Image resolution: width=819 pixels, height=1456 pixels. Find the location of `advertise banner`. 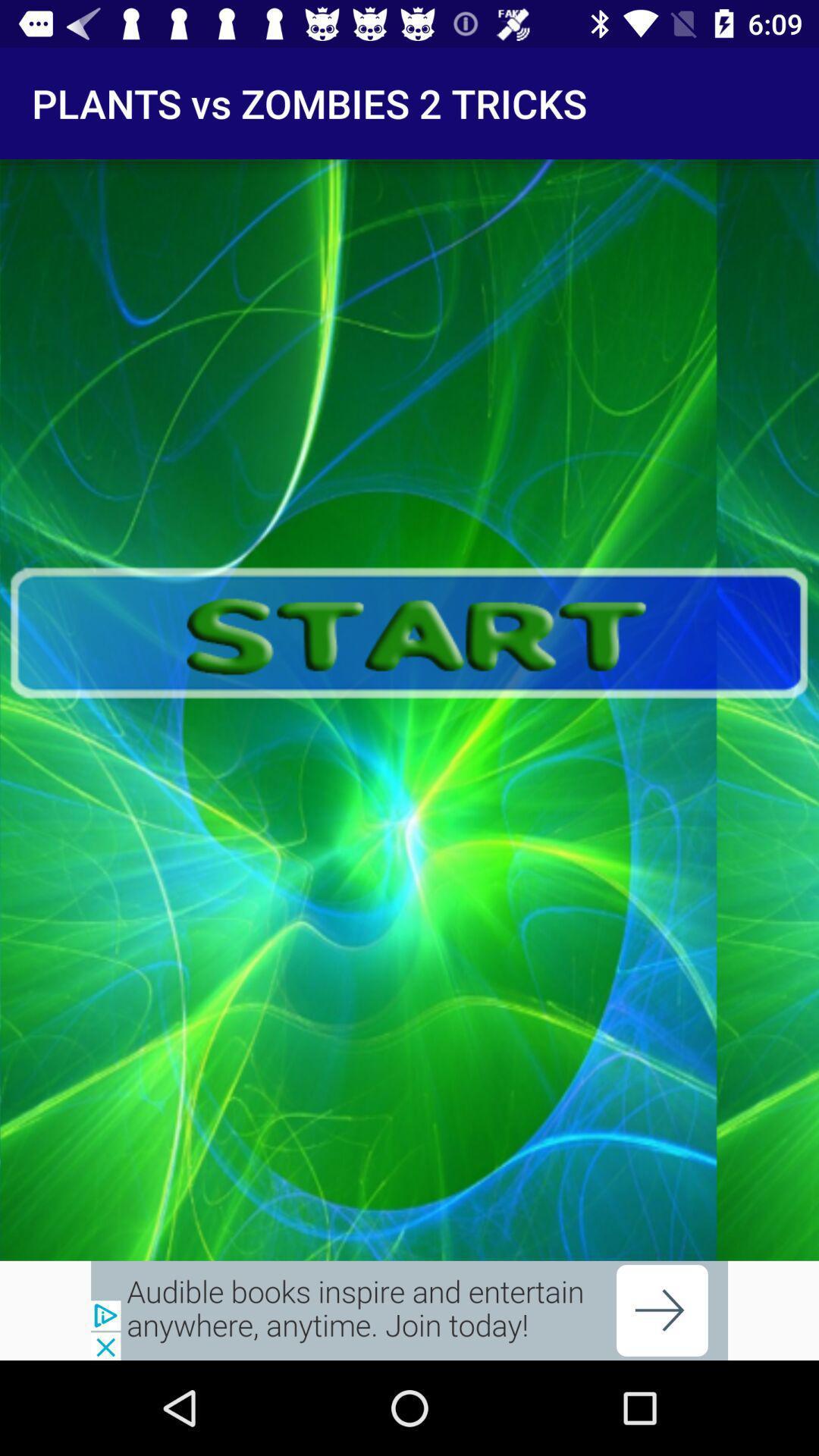

advertise banner is located at coordinates (409, 1310).